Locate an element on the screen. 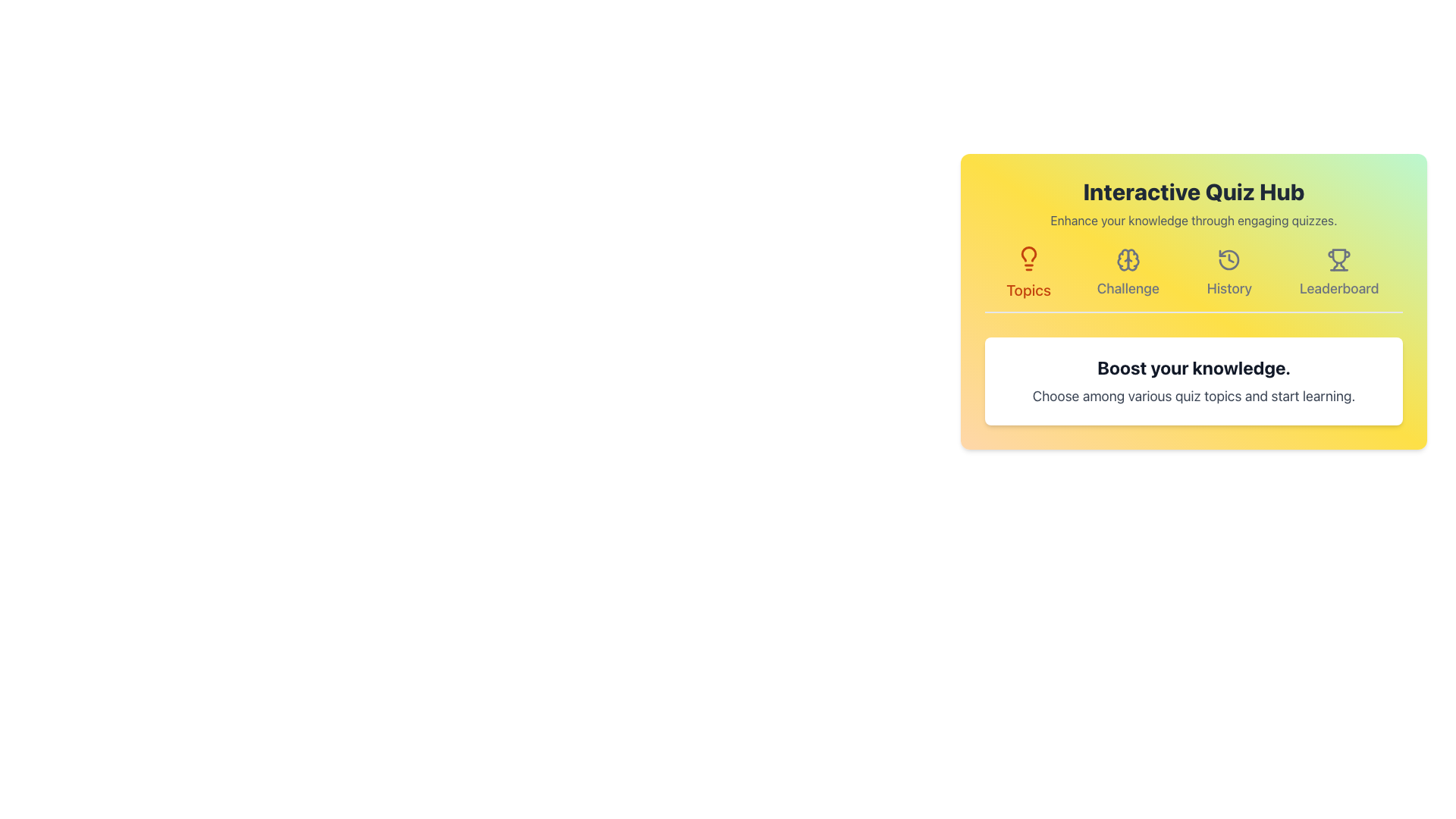 The image size is (1456, 819). the 'Topics' text label, which is styled in bold orange font and located under a lightbulb icon in a yellow card interface is located at coordinates (1029, 290).